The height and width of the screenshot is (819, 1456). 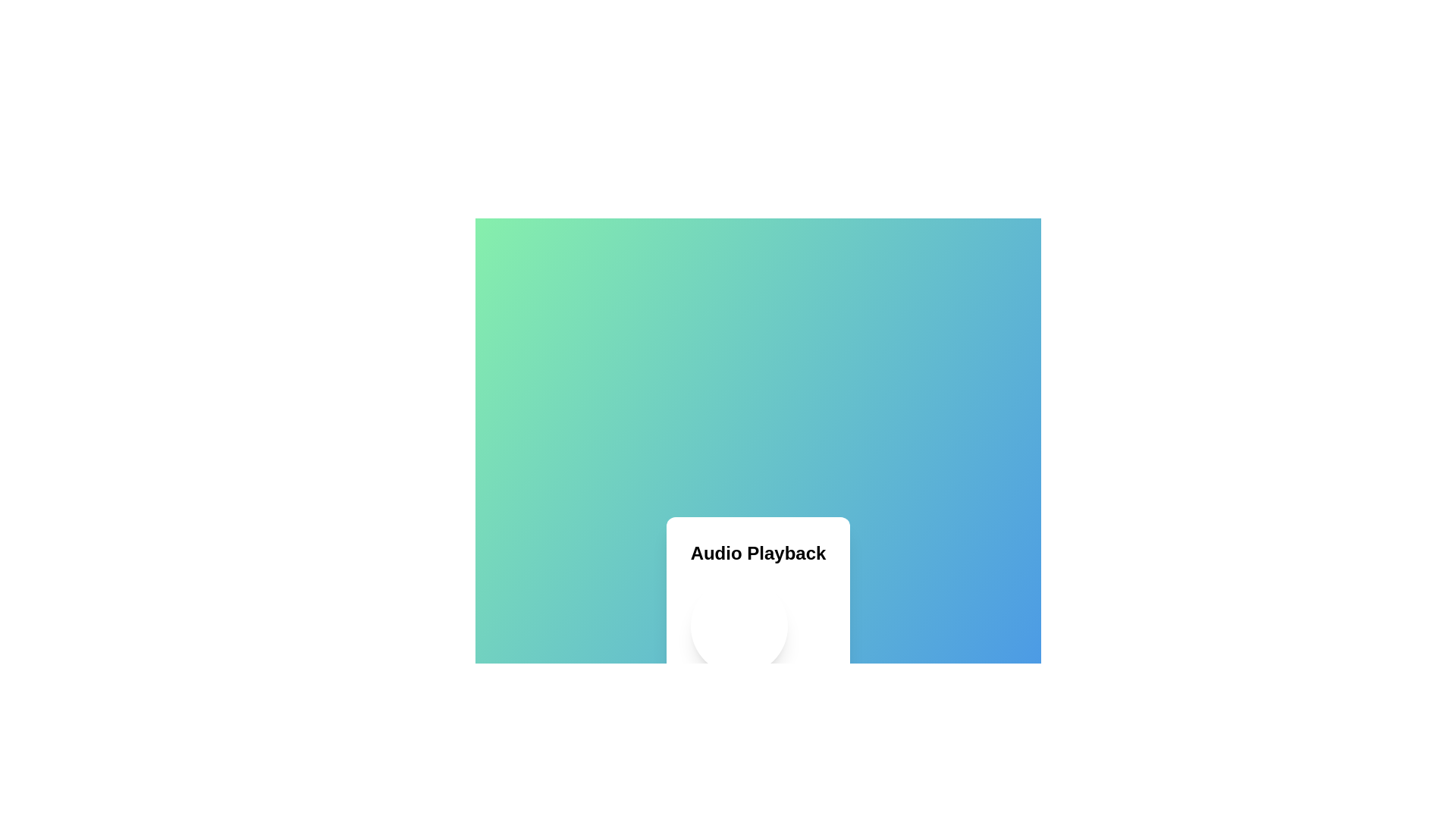 What do you see at coordinates (739, 626) in the screenshot?
I see `the playback toggle button to toggle audio playback` at bounding box center [739, 626].